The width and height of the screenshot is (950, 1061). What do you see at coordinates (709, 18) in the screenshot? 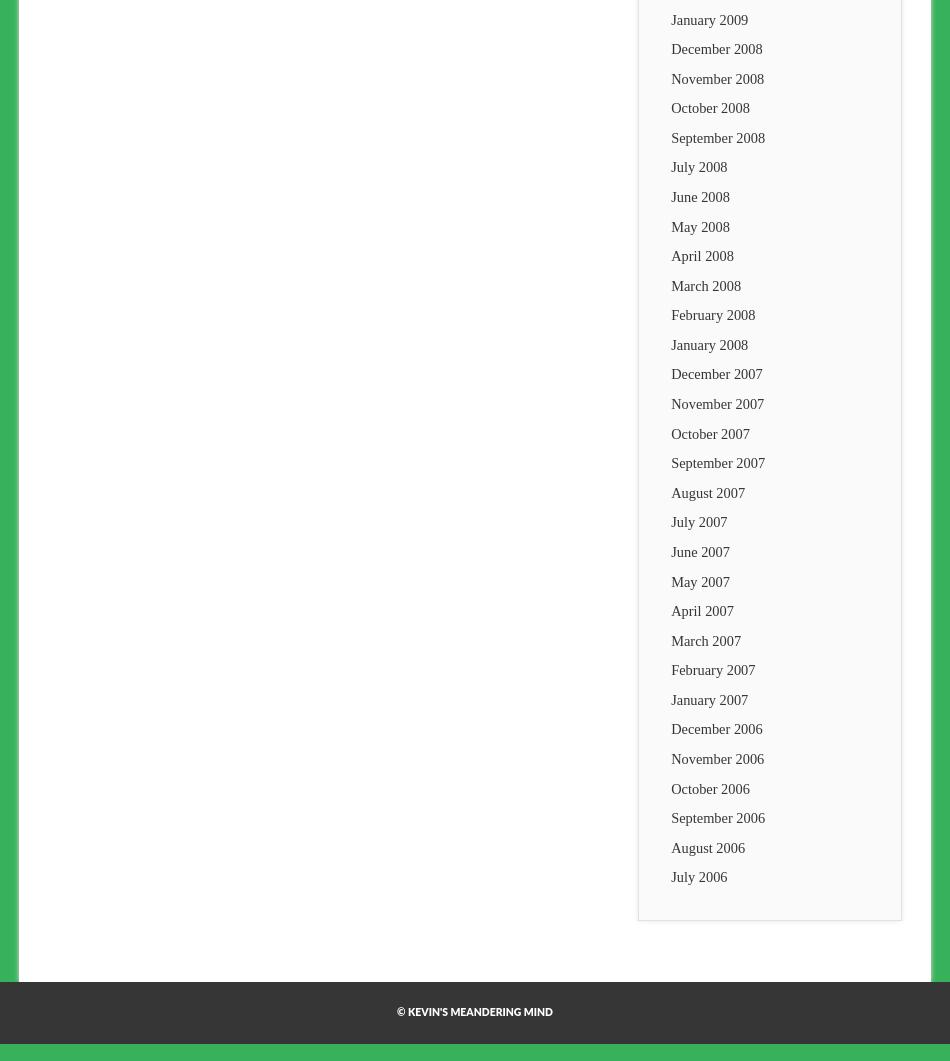
I see `'January 2009'` at bounding box center [709, 18].